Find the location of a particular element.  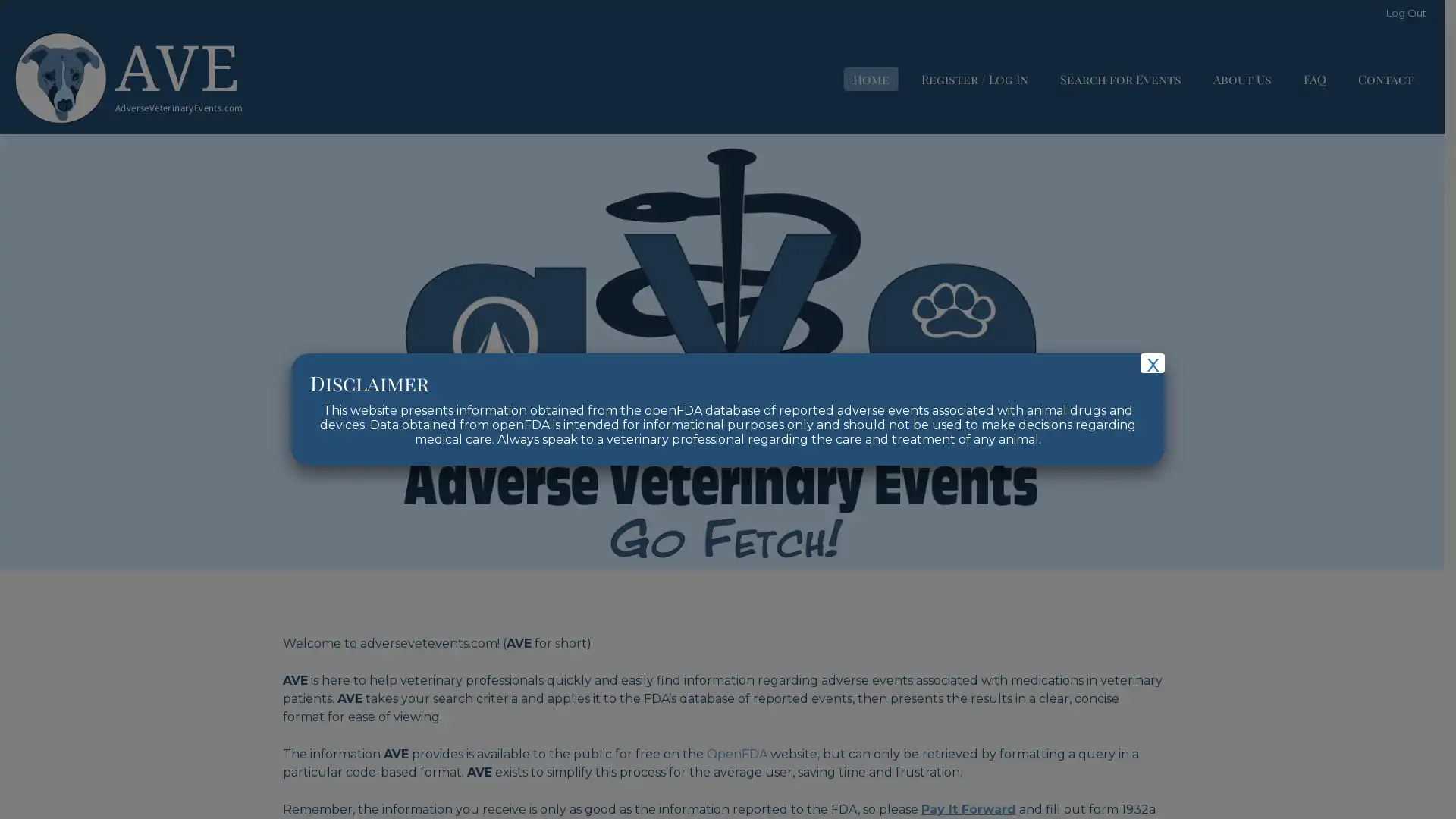

Close is located at coordinates (1153, 362).